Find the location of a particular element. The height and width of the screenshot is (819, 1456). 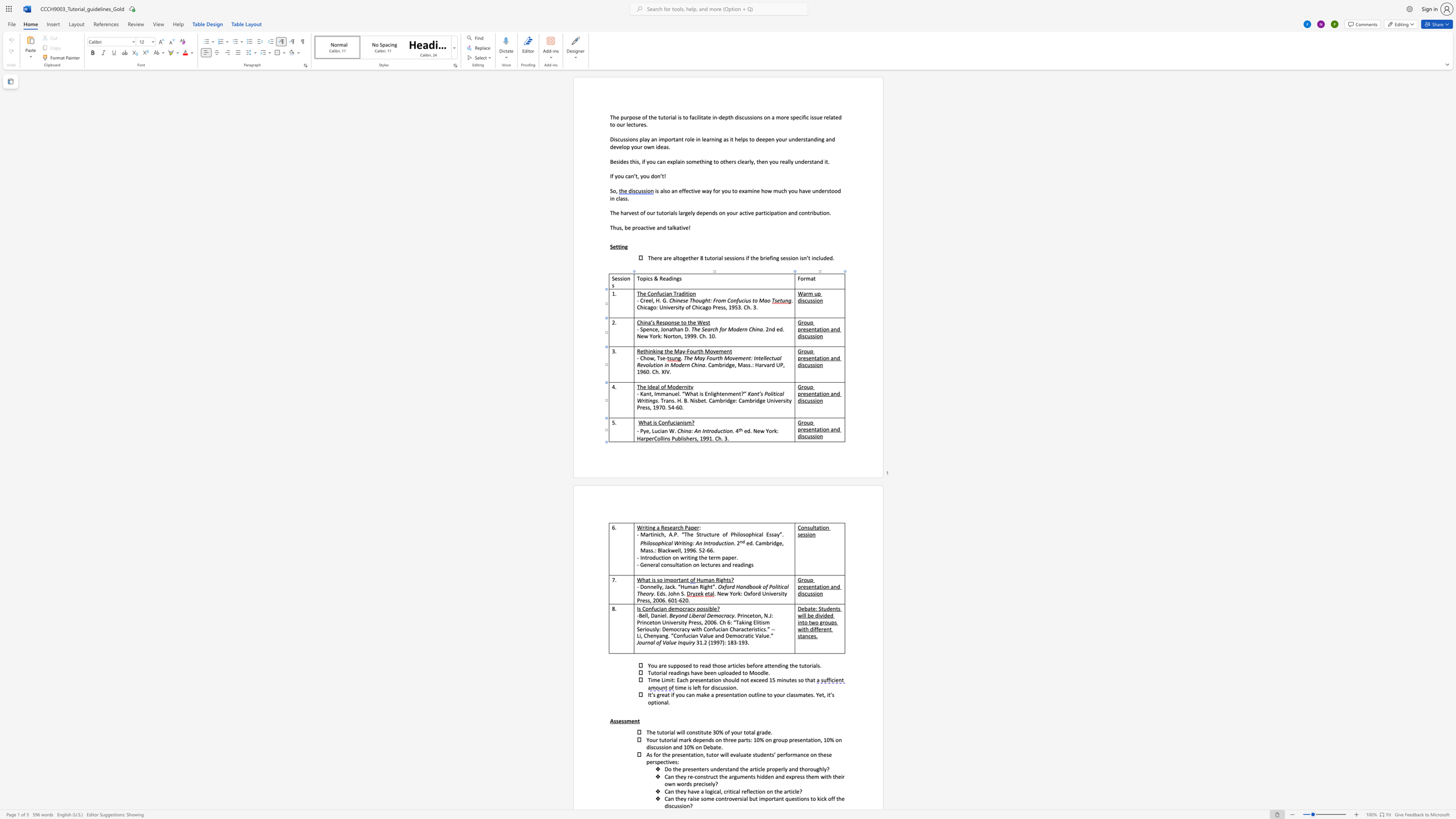

the 1th character "e" in the text is located at coordinates (649, 438).